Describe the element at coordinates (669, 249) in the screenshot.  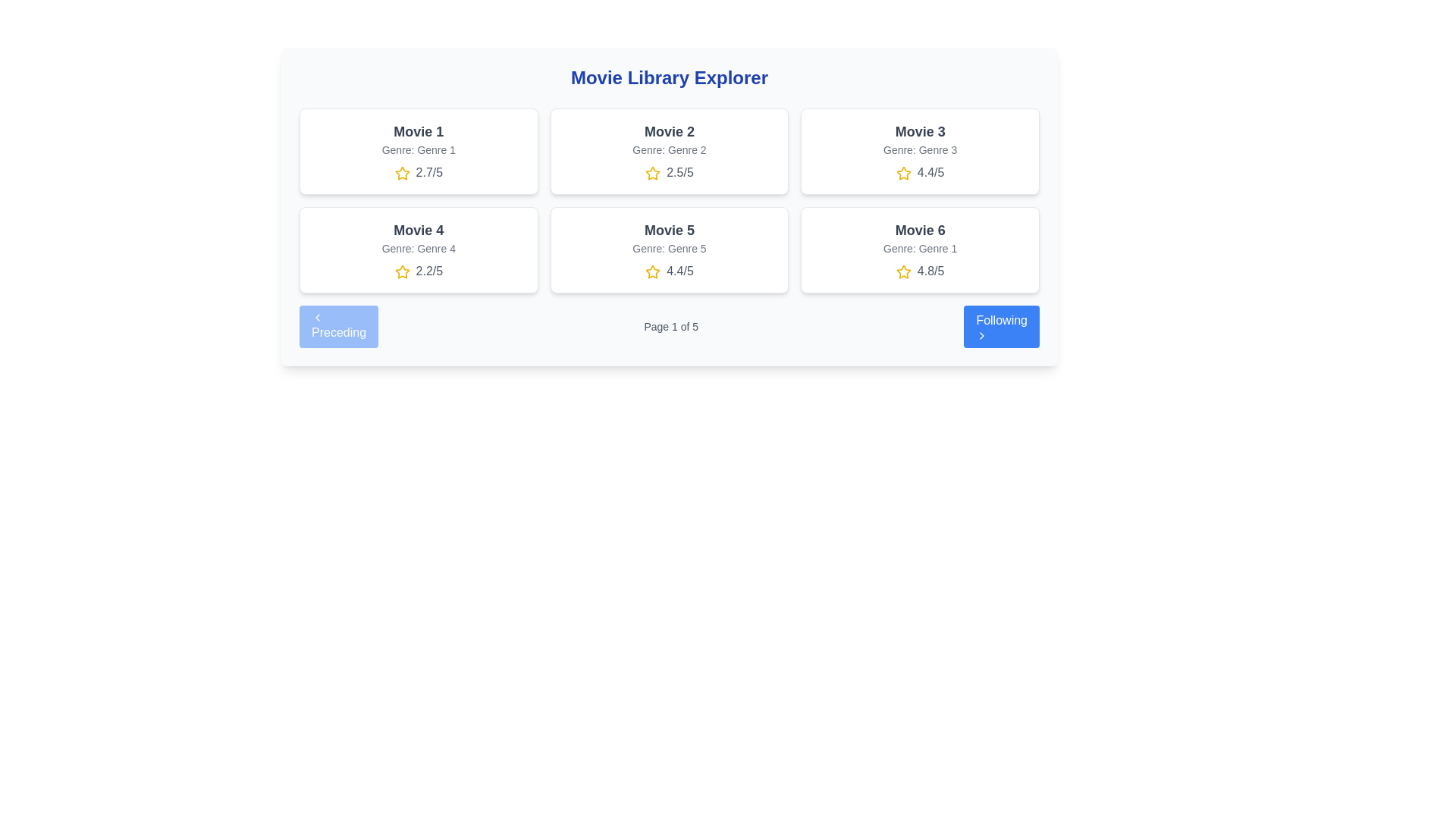
I see `the movie Card component located in the second row, middle column of the grid to read its information` at that location.